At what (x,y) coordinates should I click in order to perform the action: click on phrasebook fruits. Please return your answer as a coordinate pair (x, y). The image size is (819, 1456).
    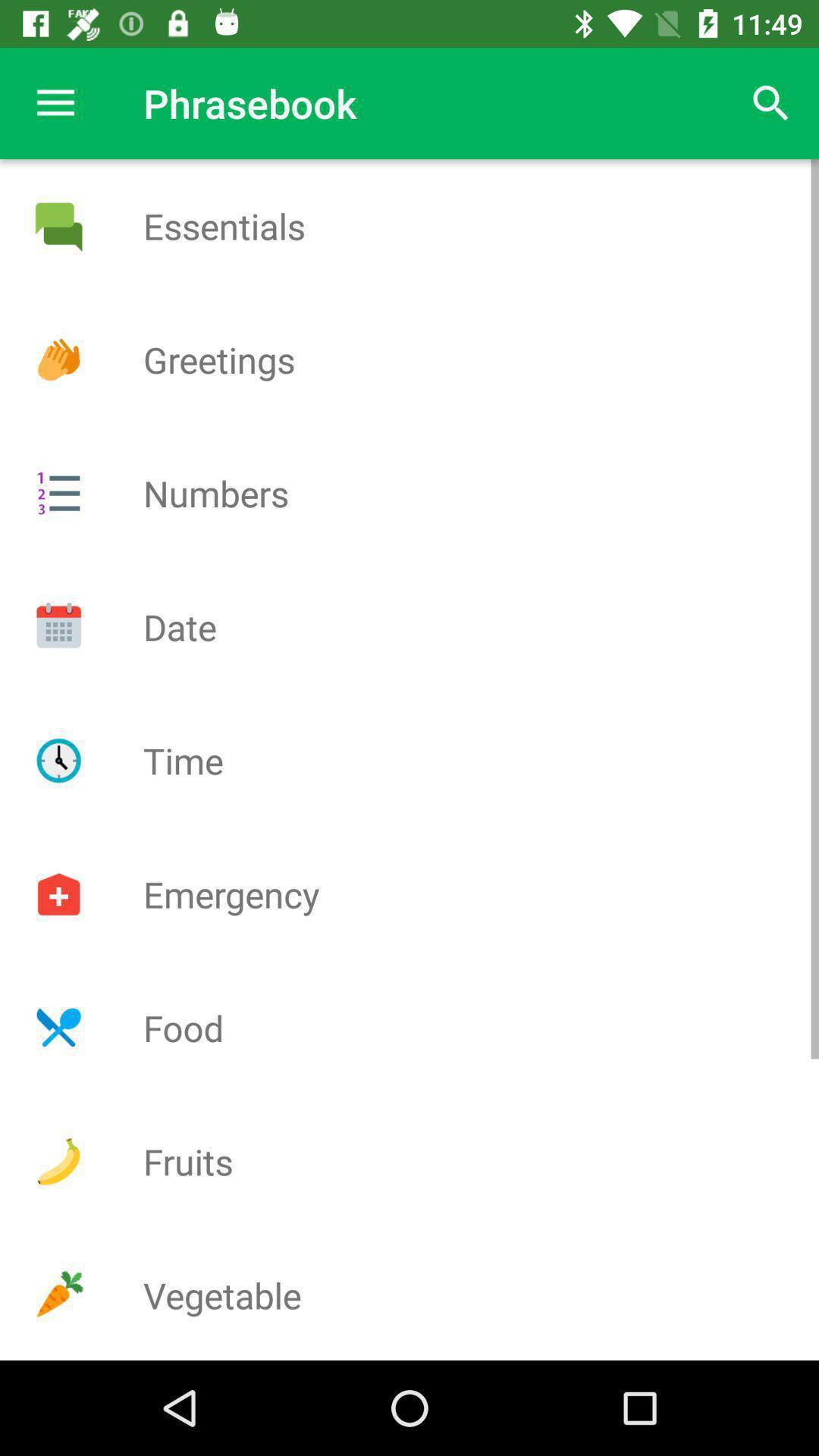
    Looking at the image, I should click on (58, 1160).